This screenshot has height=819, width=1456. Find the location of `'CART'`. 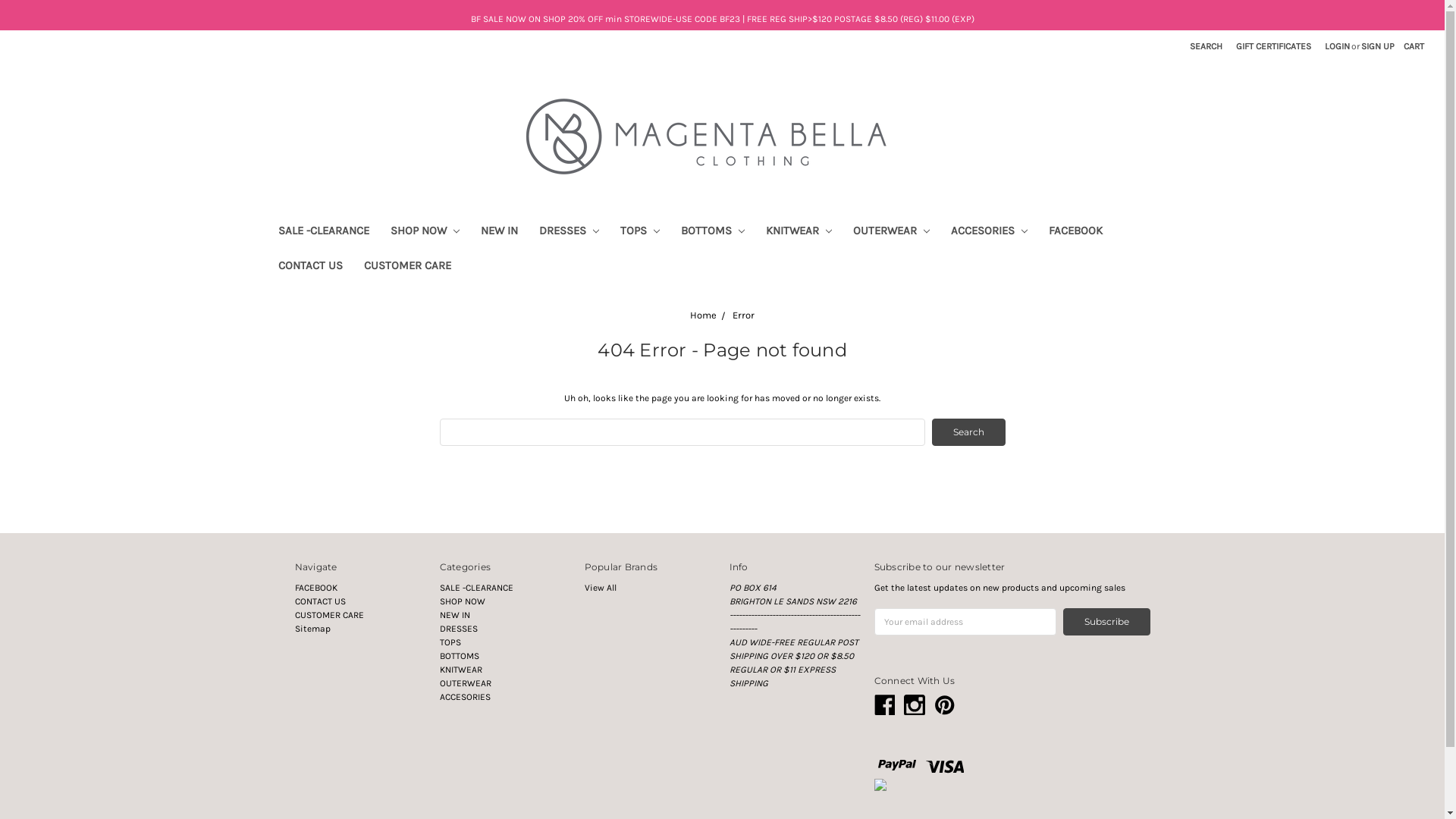

'CART' is located at coordinates (1413, 45).